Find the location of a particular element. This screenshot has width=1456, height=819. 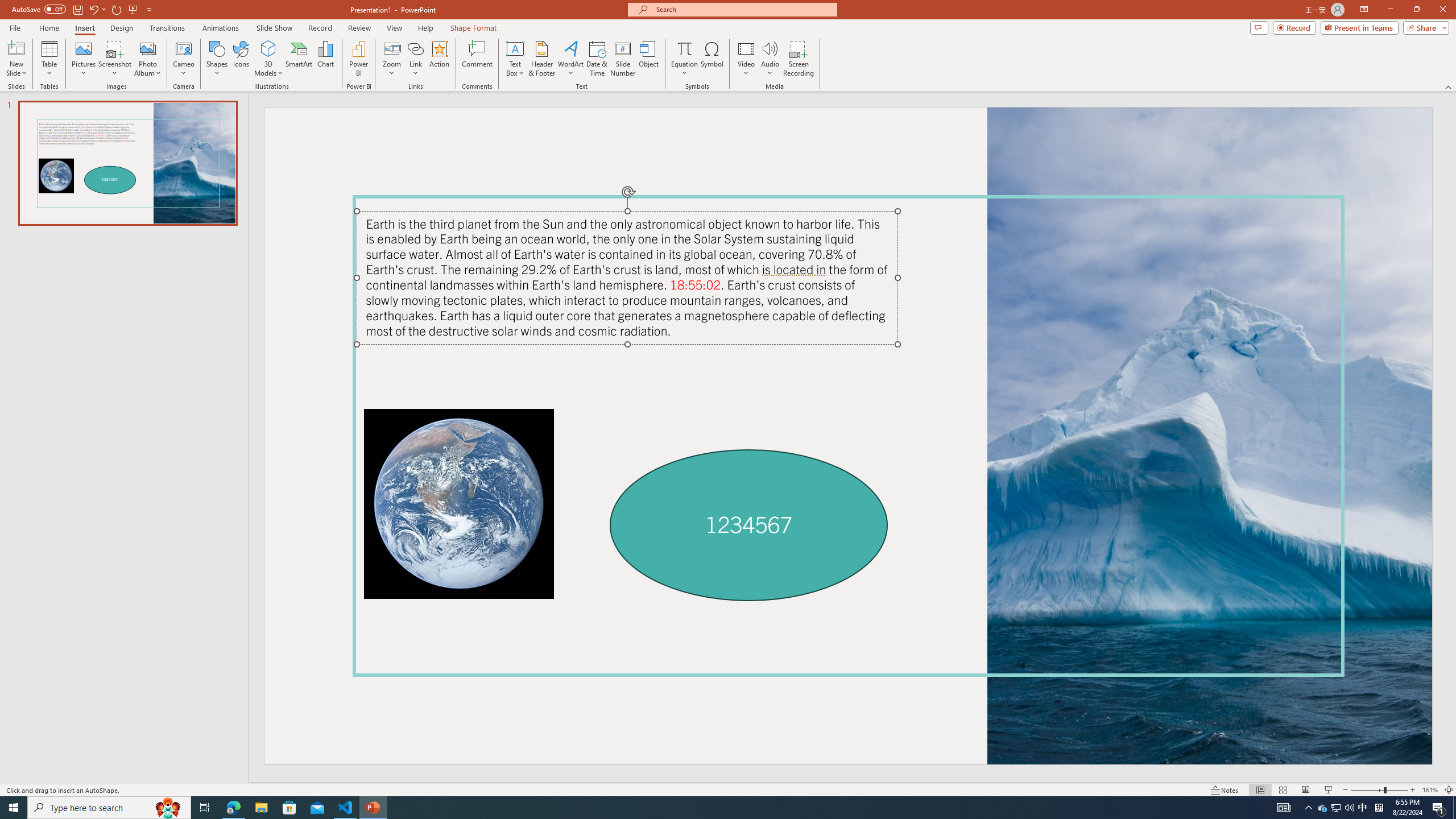

'Action' is located at coordinates (440, 59).